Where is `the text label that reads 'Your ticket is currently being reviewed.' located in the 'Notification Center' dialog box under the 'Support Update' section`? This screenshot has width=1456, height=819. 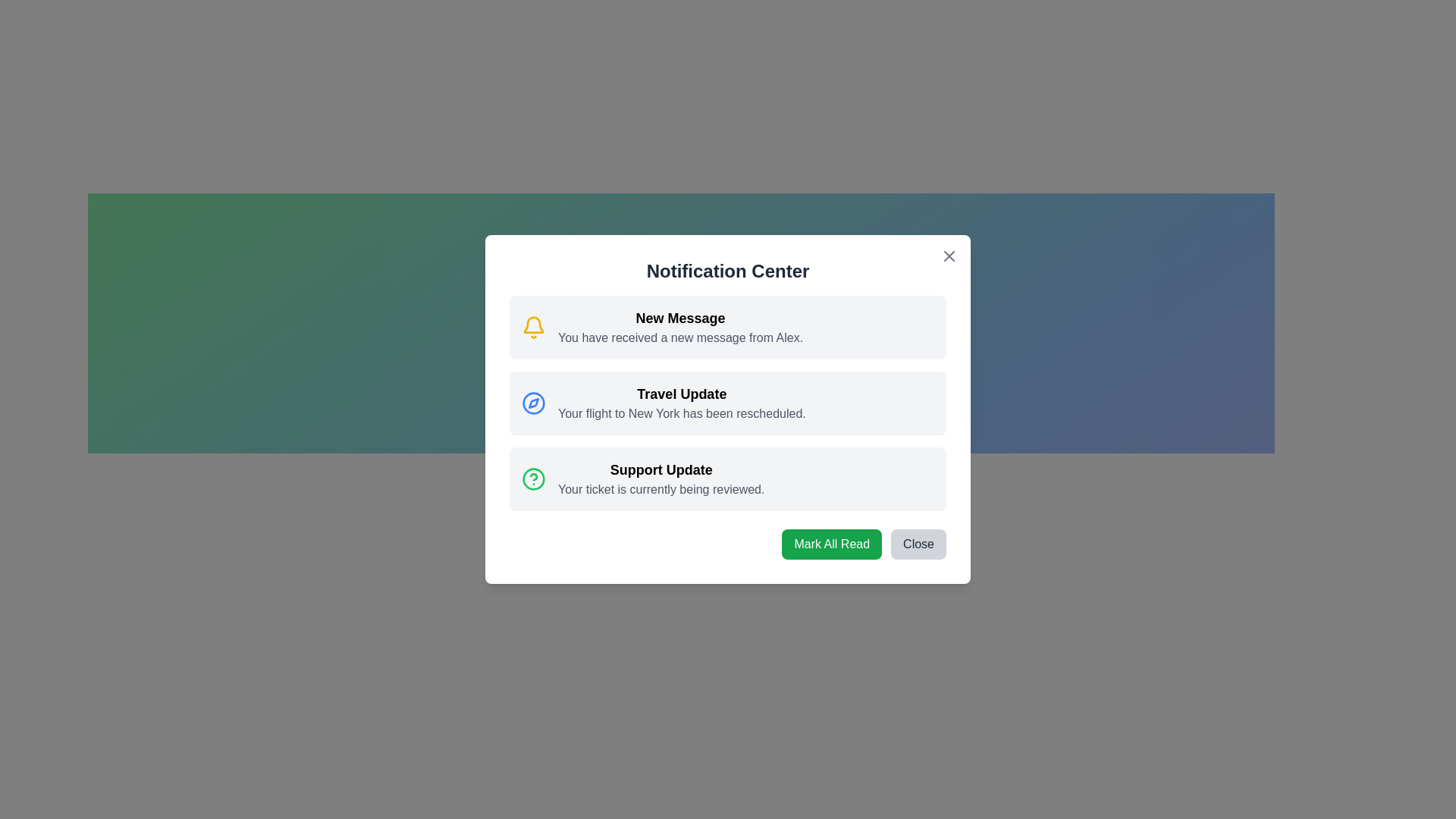
the text label that reads 'Your ticket is currently being reviewed.' located in the 'Notification Center' dialog box under the 'Support Update' section is located at coordinates (661, 489).